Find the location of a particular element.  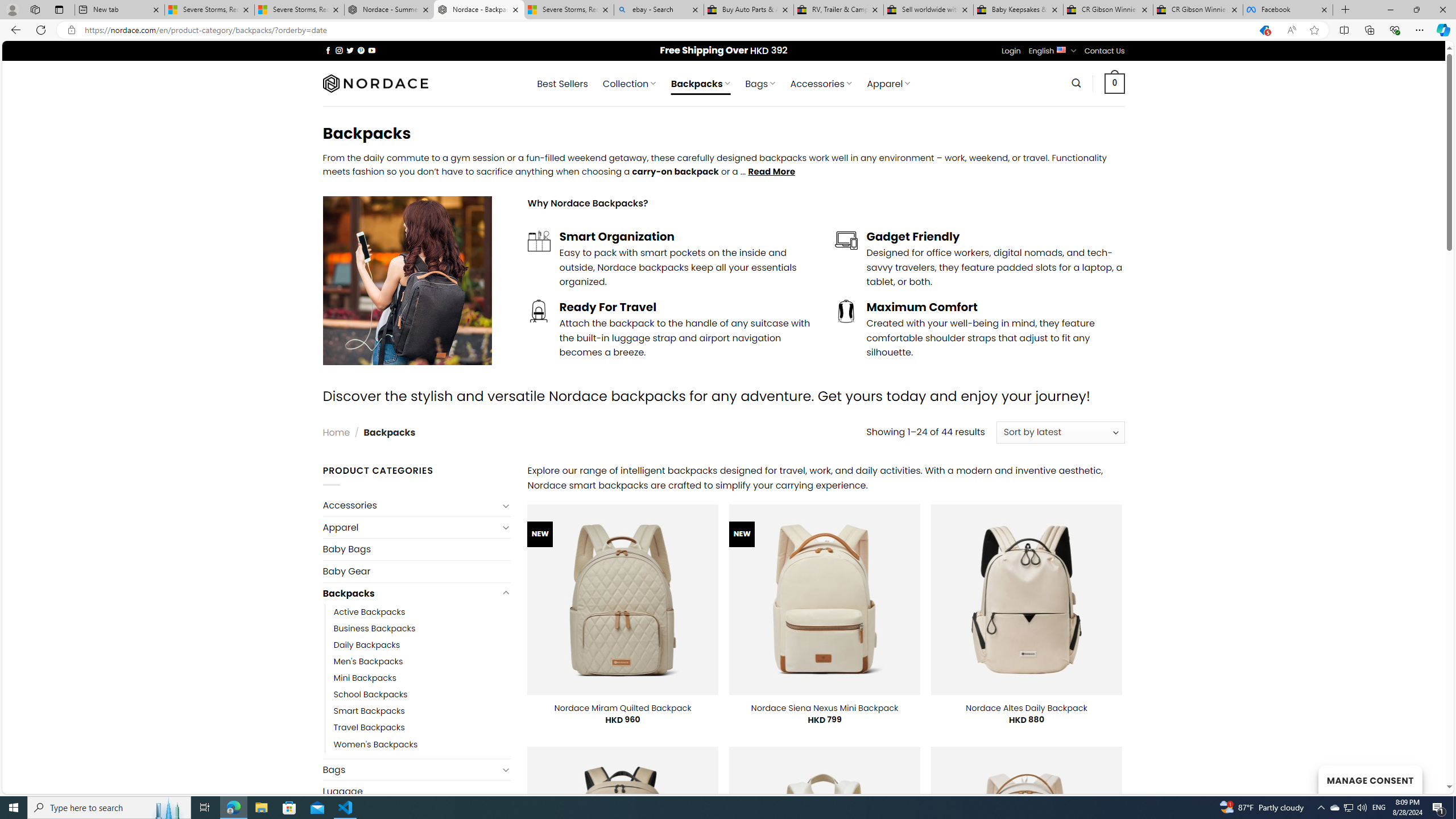

'Luggage' is located at coordinates (416, 791).